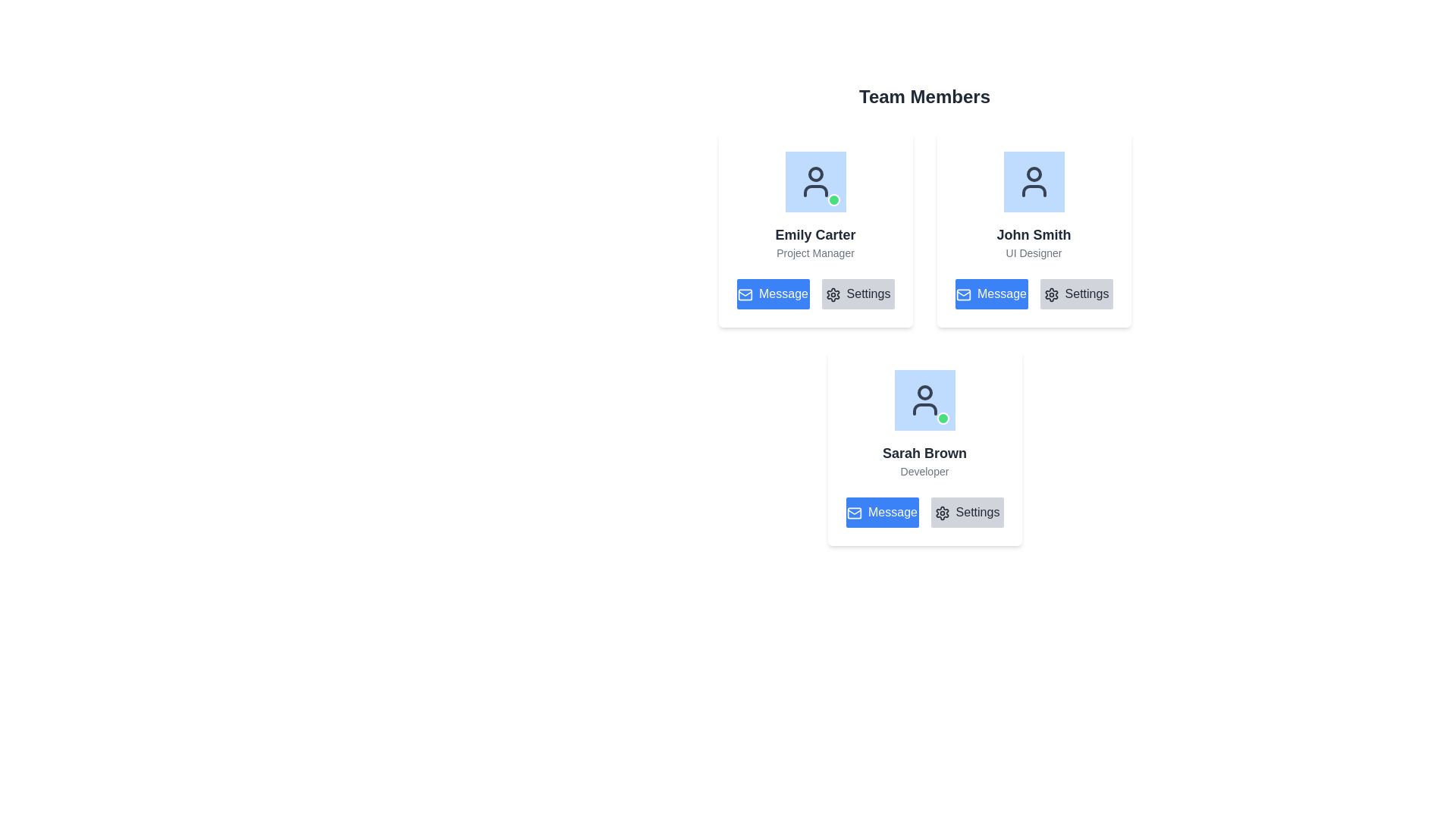  What do you see at coordinates (855, 512) in the screenshot?
I see `the blue envelope icon associated with the email message, located to the left of the 'Message' button in the card displaying 'Sarah Brown, Developer'` at bounding box center [855, 512].